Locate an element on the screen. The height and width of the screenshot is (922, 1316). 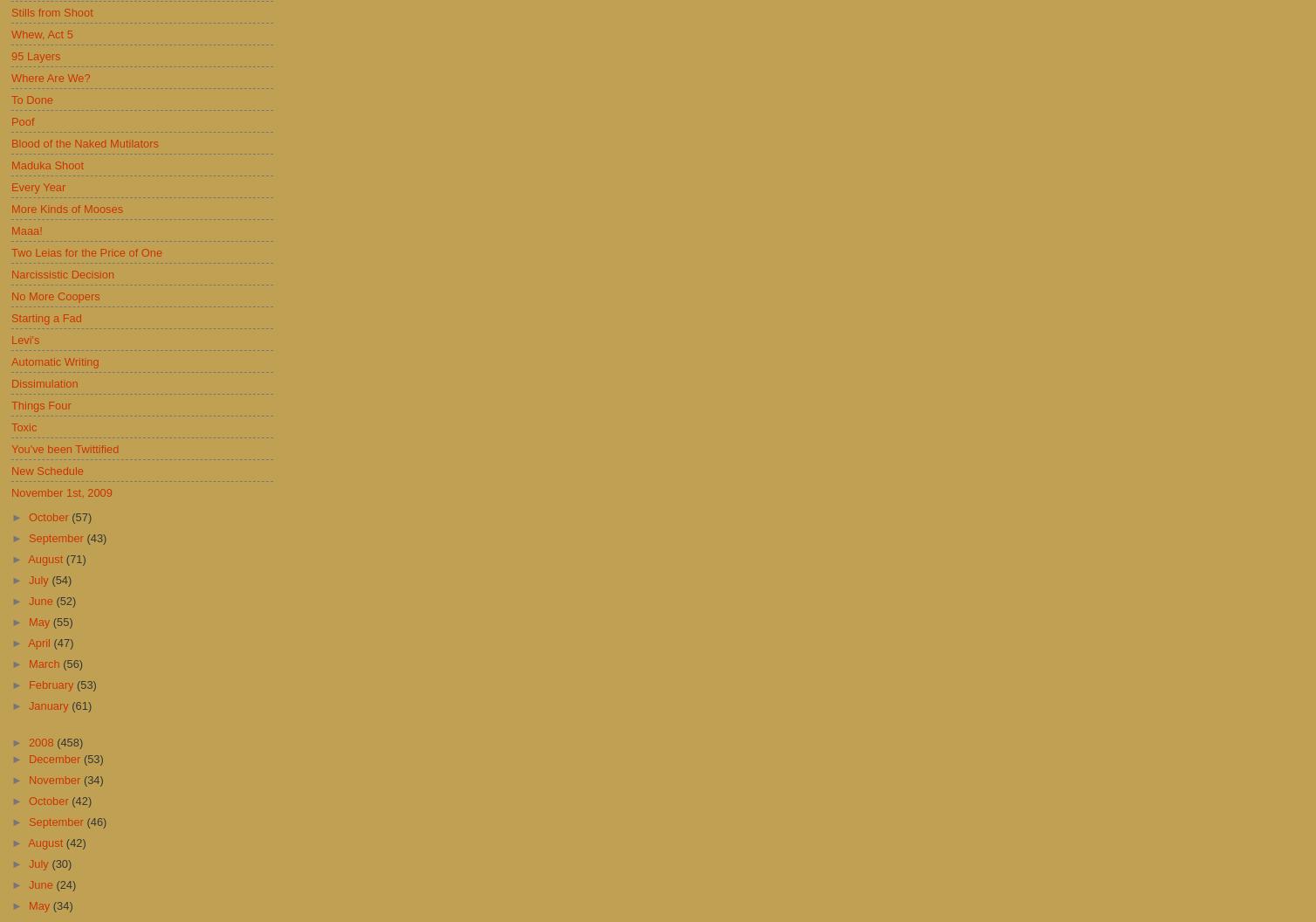
'(24)' is located at coordinates (65, 884).